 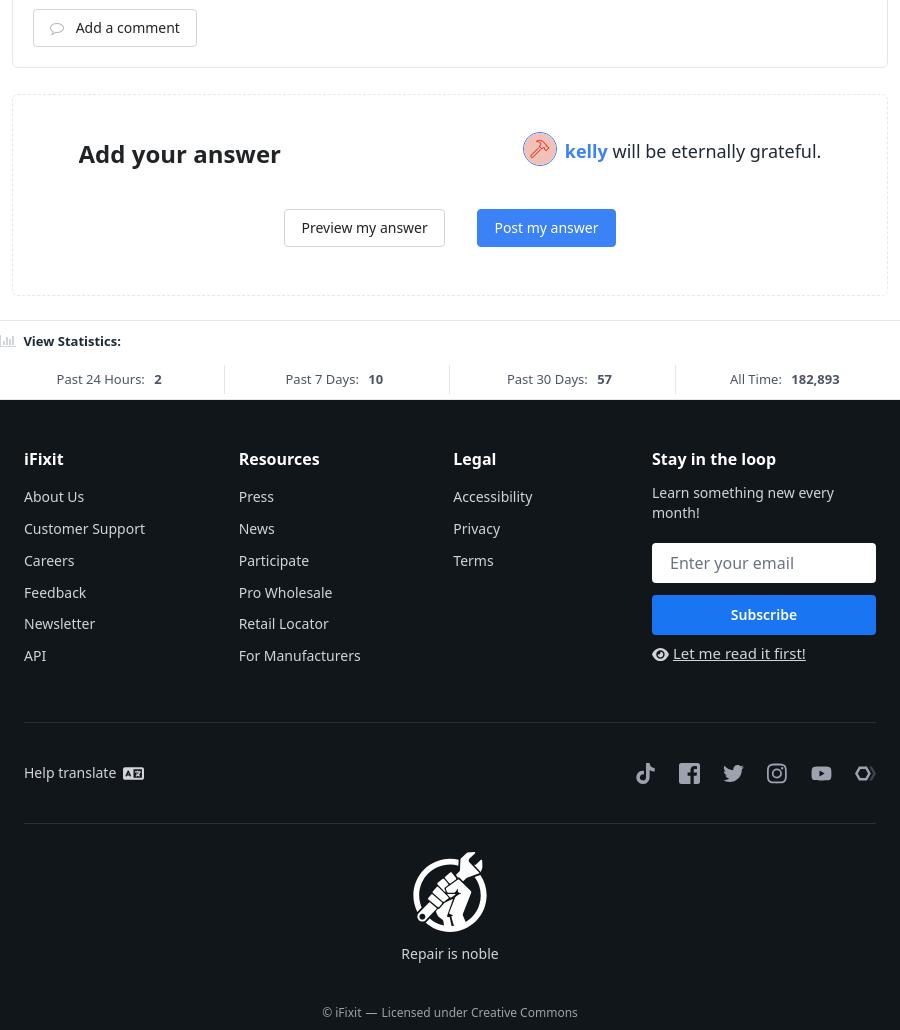 I want to click on 'Post my answer', so click(x=493, y=473).